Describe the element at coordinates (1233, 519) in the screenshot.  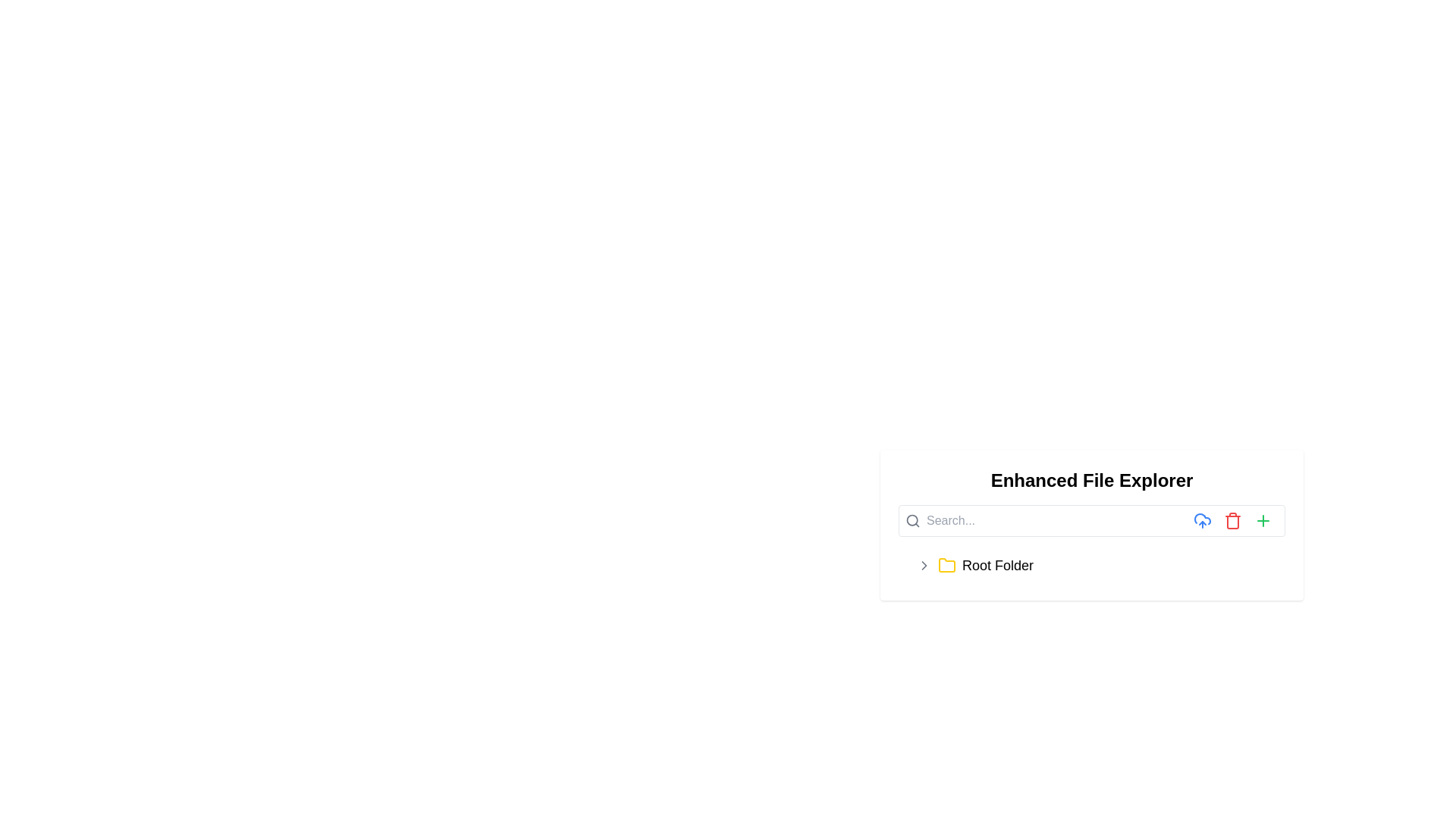
I see `the red trash bin icon button in the 'Enhanced File Explorer' toolbar` at that location.